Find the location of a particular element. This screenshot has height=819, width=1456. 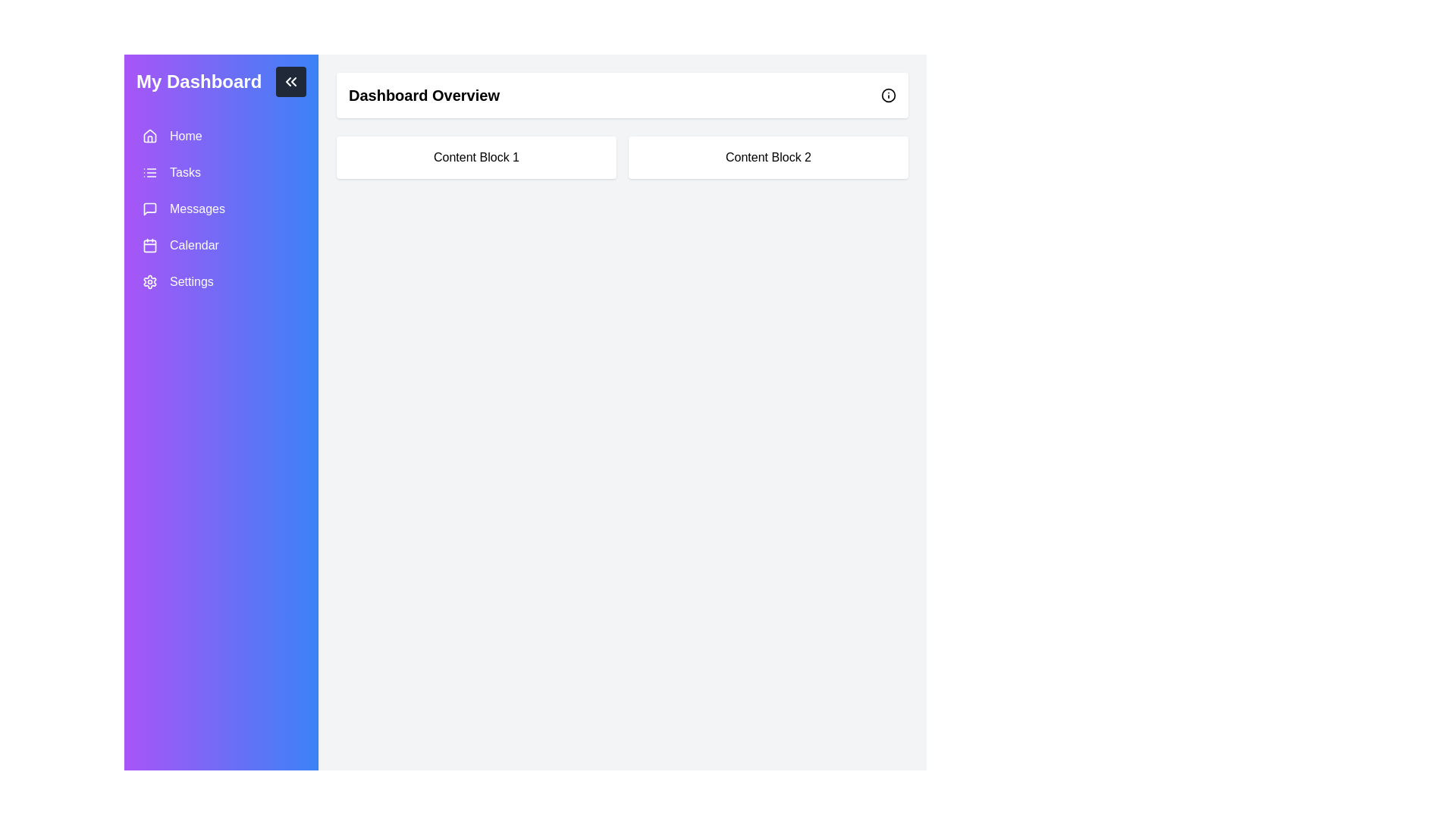

the Information icon, which is a minimalistic circle with a lowercase 'i' inside, located in the top-right corner of the 'Dashboard Overview' section is located at coordinates (888, 96).